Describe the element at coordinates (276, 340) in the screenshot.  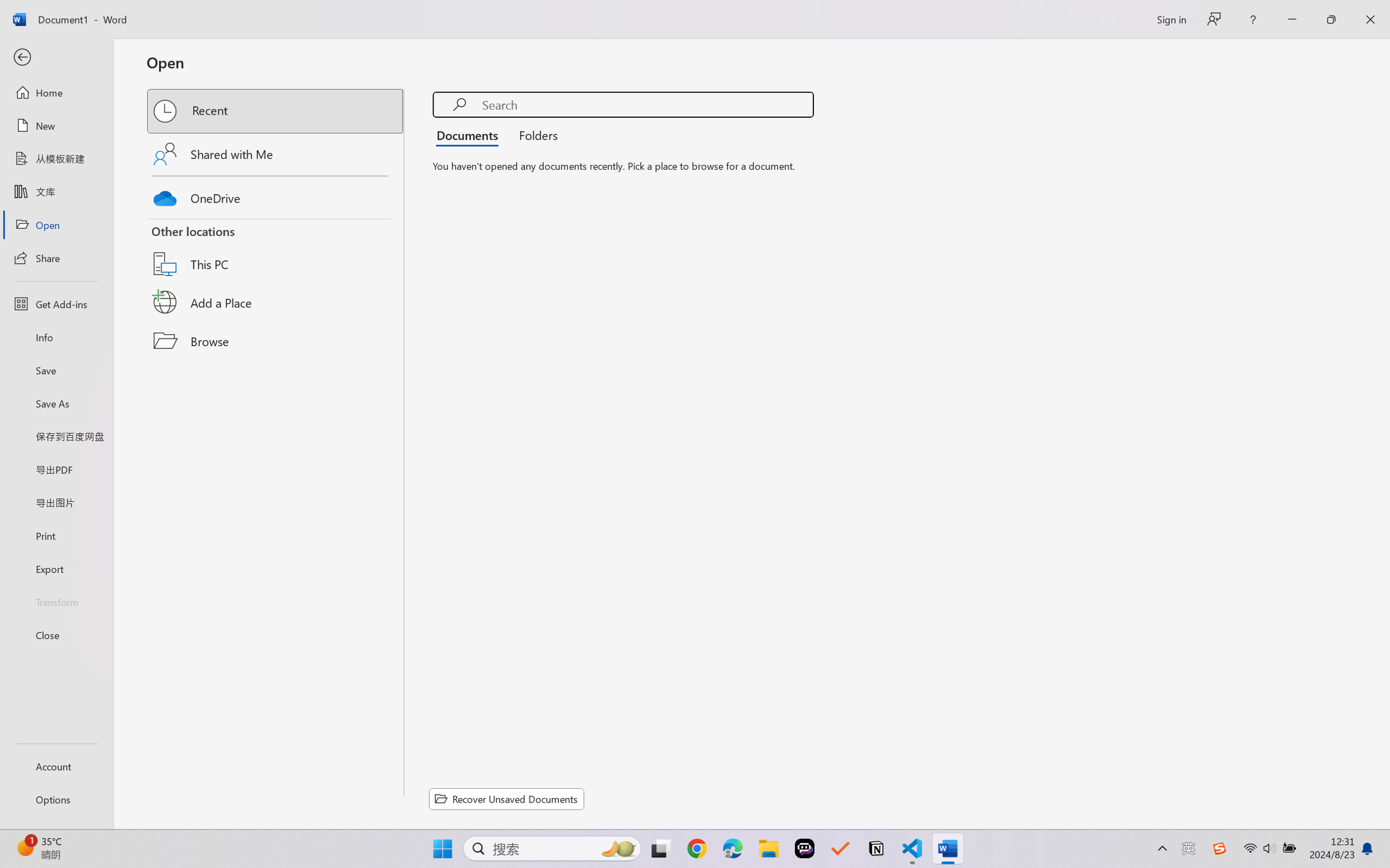
I see `'Browse'` at that location.